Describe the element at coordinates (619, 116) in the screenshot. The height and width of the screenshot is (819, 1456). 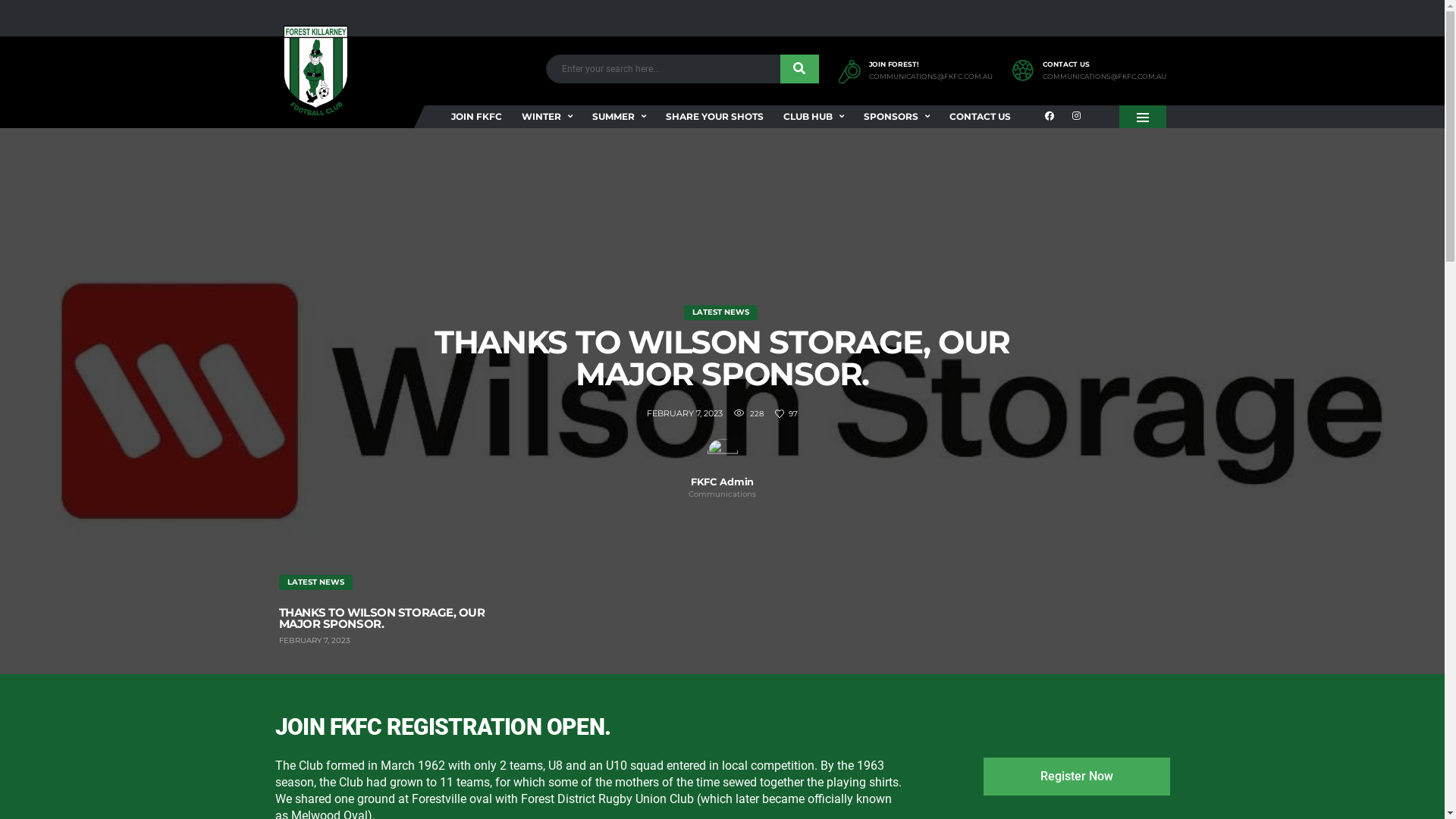
I see `'SUMMER'` at that location.